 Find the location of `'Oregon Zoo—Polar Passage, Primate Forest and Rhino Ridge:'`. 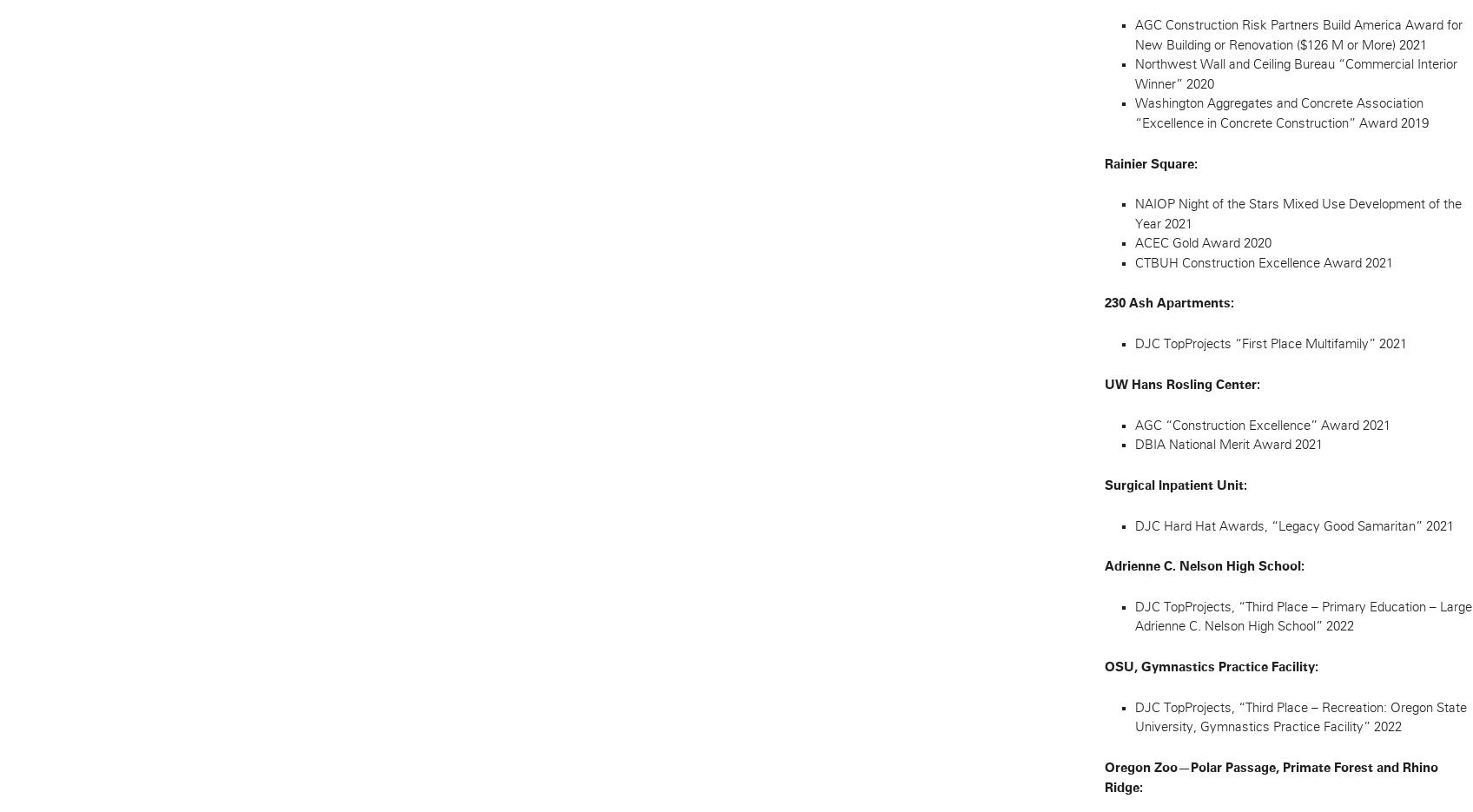

'Oregon Zoo—Polar Passage, Primate Forest and Rhino Ridge:' is located at coordinates (1271, 777).